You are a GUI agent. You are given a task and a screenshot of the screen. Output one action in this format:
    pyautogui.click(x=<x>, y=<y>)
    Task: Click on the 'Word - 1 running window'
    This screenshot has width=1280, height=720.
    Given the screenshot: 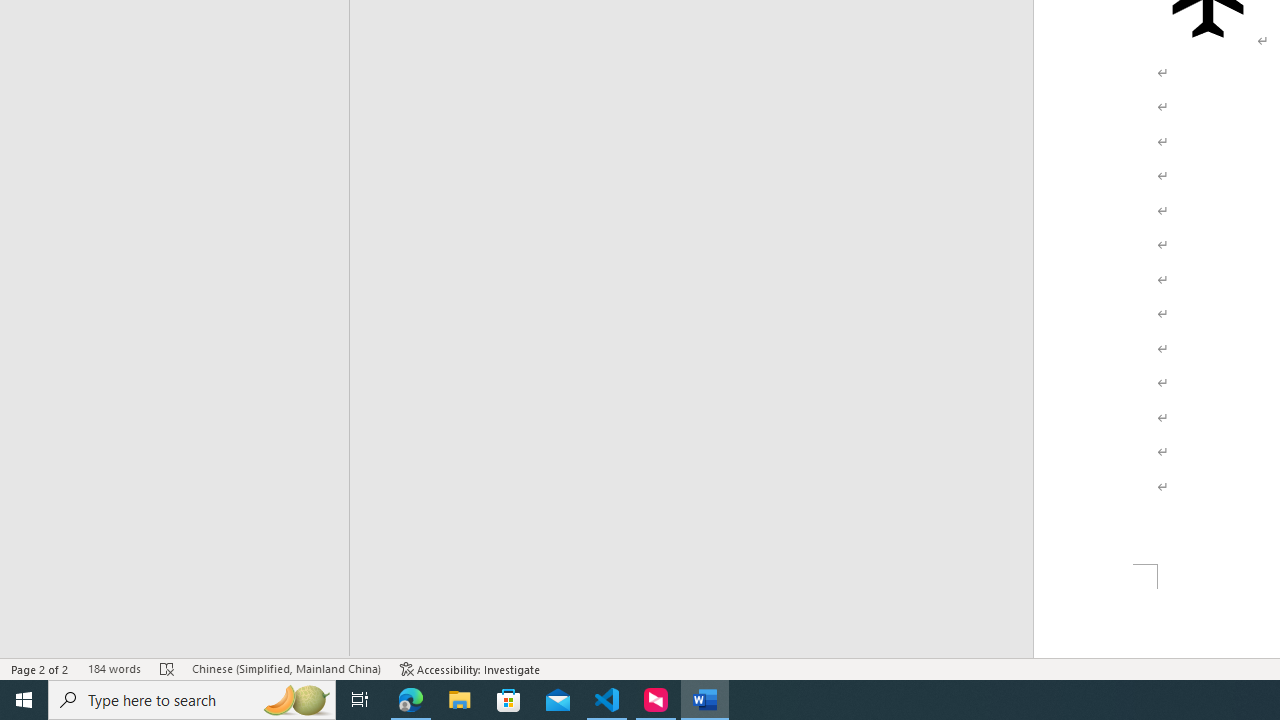 What is the action you would take?
    pyautogui.click(x=705, y=698)
    